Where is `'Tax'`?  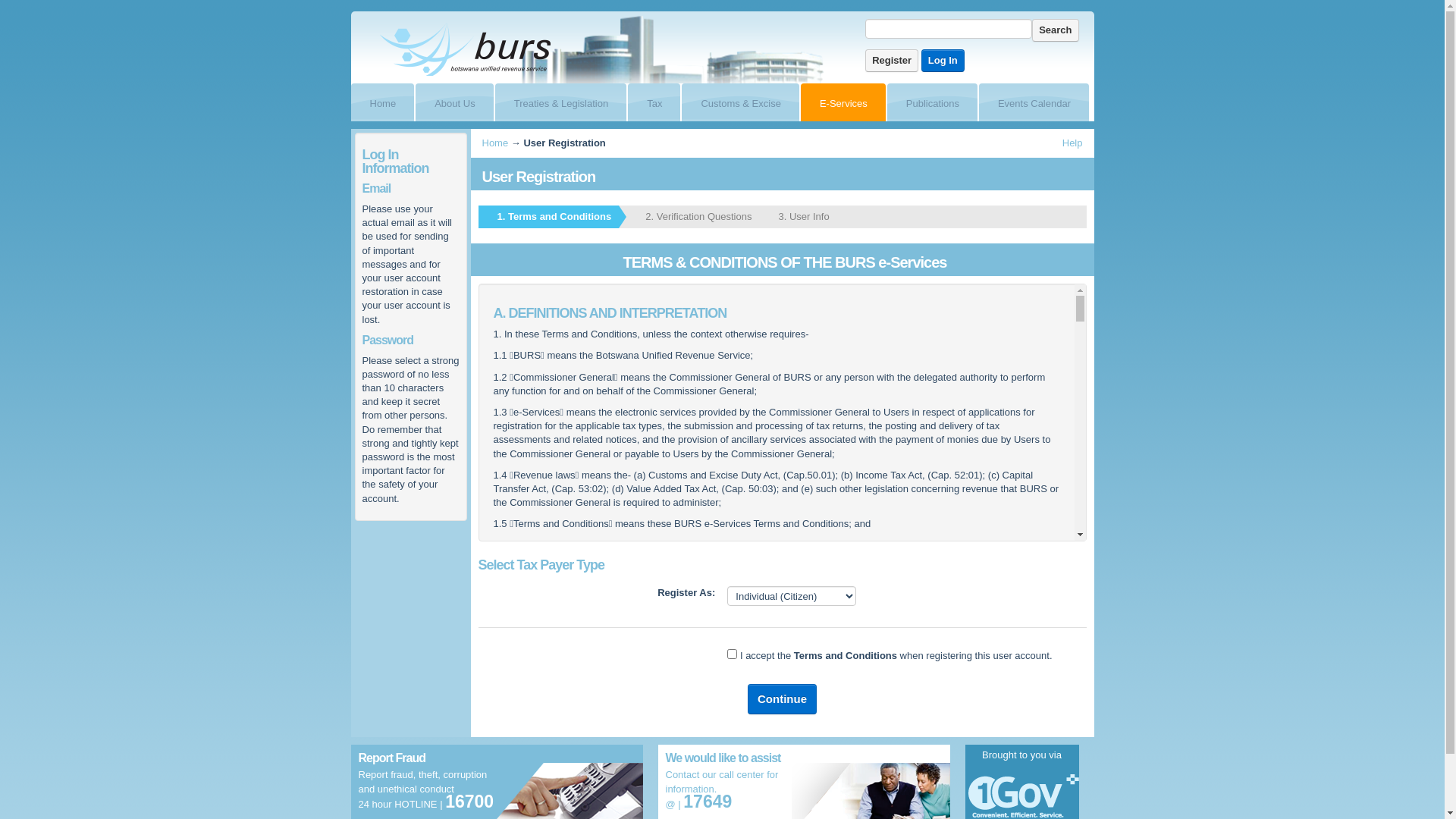 'Tax' is located at coordinates (647, 102).